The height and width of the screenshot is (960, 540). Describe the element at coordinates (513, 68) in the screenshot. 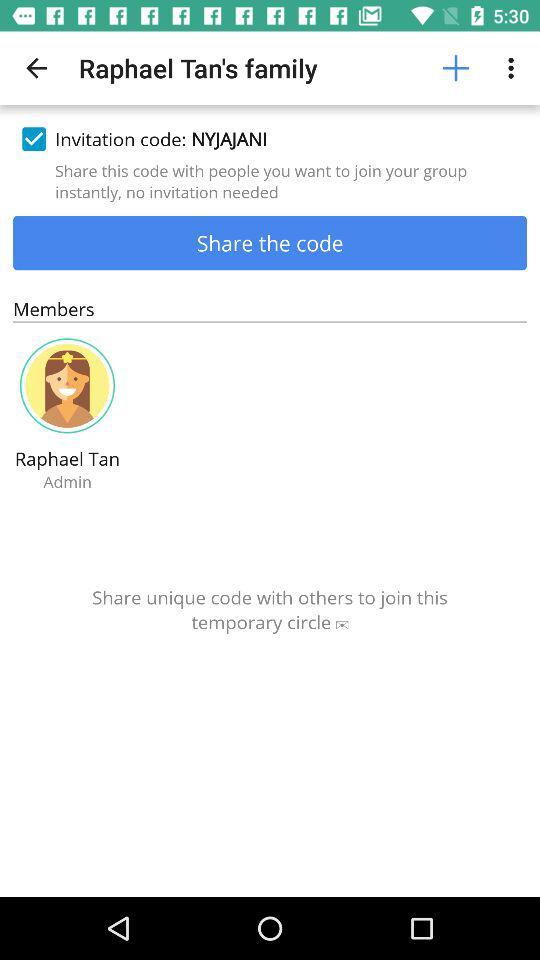

I see `the item above invitation code: nyjajani item` at that location.